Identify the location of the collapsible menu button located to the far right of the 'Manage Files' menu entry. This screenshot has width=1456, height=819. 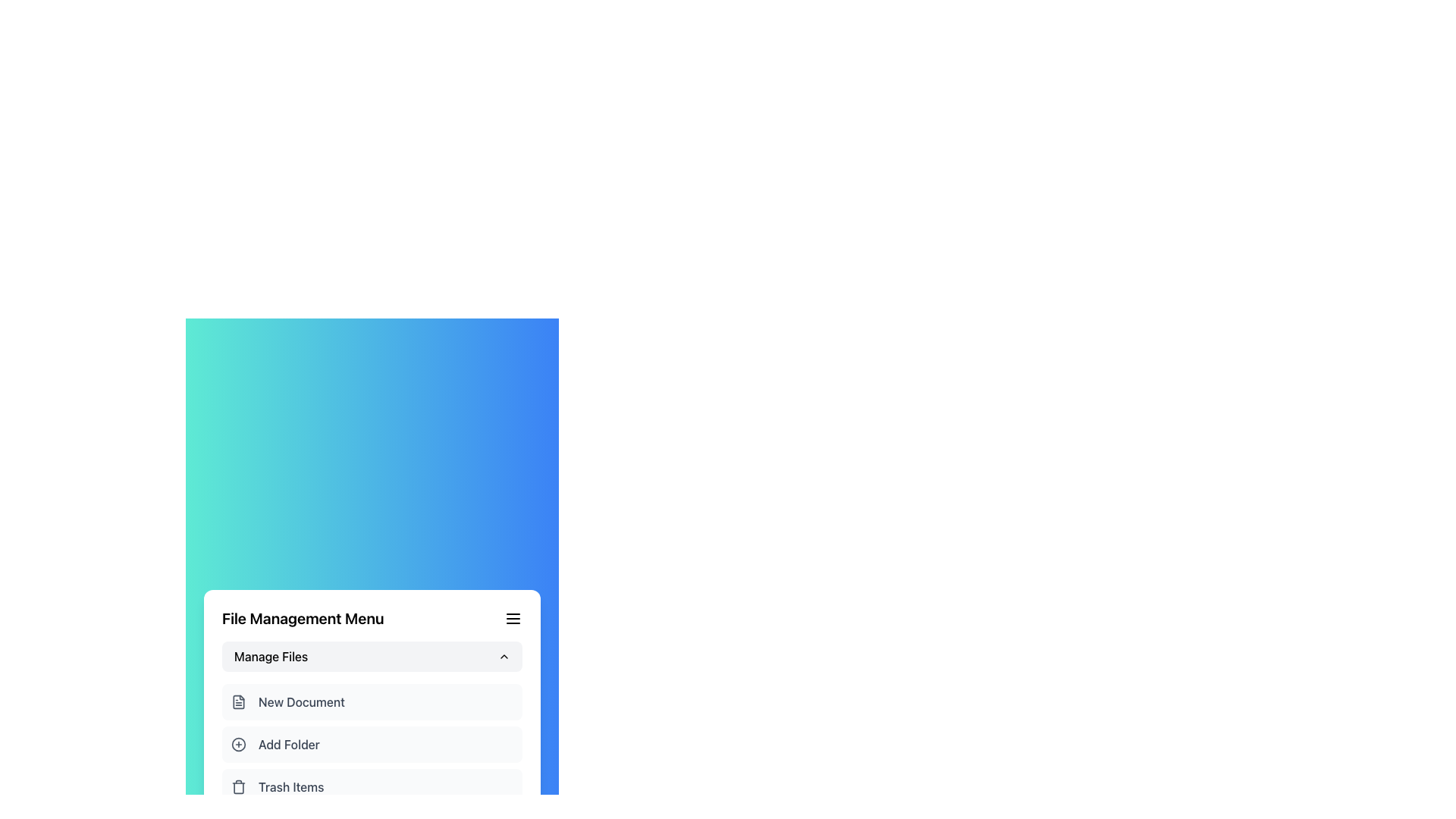
(504, 656).